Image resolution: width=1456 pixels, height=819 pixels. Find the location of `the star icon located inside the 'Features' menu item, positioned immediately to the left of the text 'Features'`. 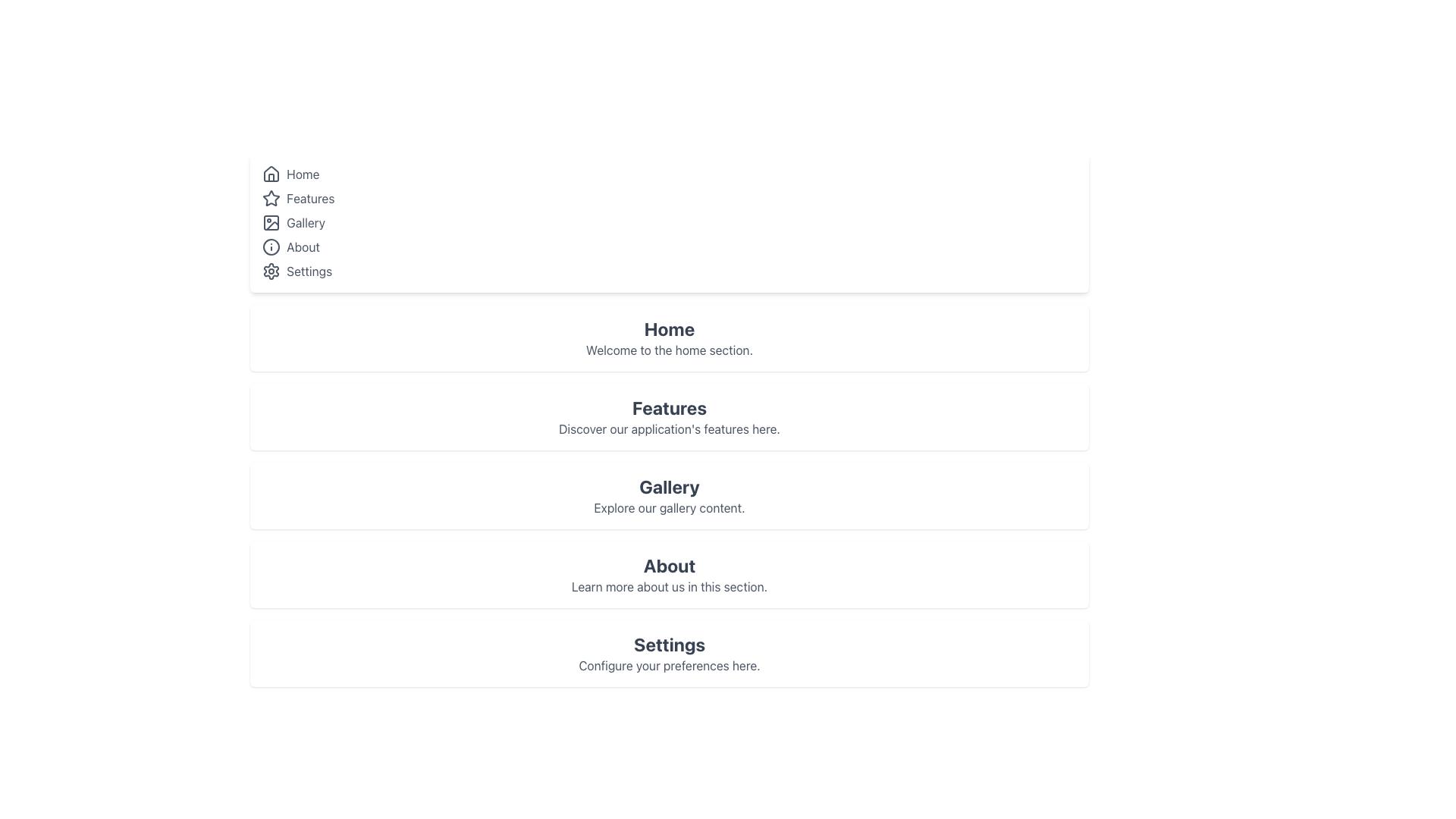

the star icon located inside the 'Features' menu item, positioned immediately to the left of the text 'Features' is located at coordinates (271, 198).